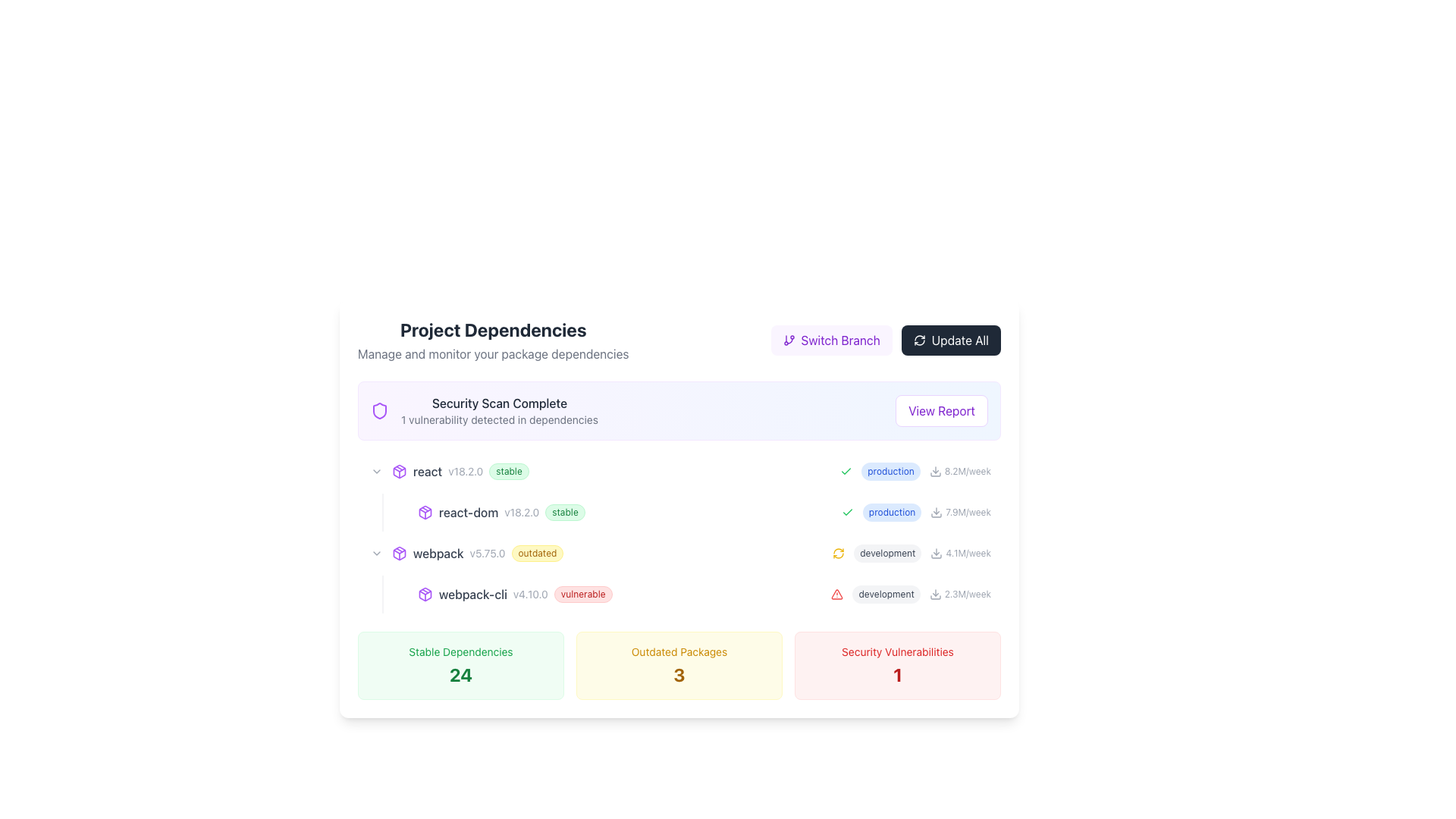 The width and height of the screenshot is (1456, 819). What do you see at coordinates (400, 553) in the screenshot?
I see `the purple-stroked package icon located to the left of the 'webpack v5.75.0 outdated' label in the list of project dependencies` at bounding box center [400, 553].